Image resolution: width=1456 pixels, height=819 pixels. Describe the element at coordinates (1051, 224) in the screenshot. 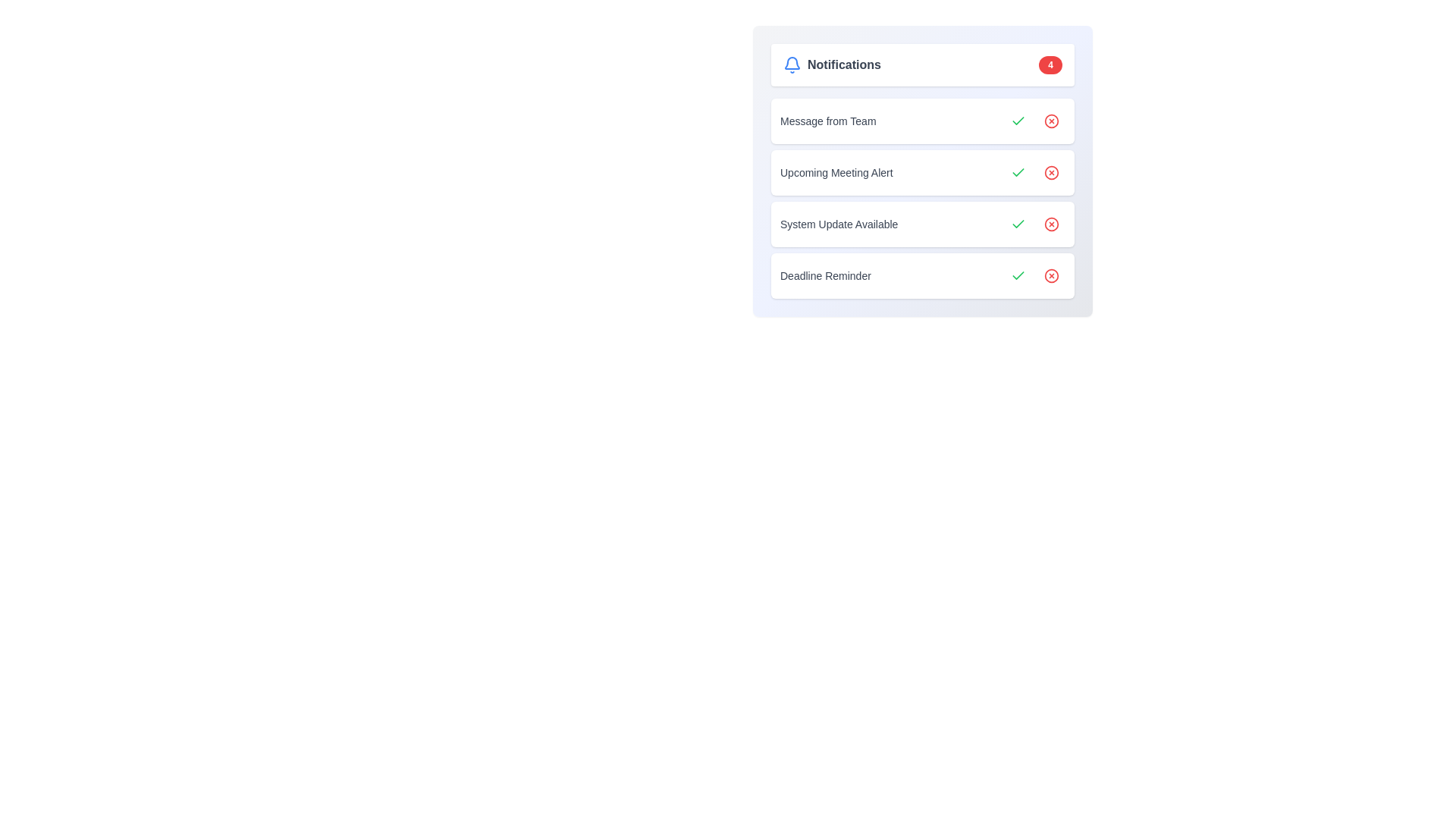

I see `the dismiss button icon on the right side of the 'System Update Available' notification` at that location.